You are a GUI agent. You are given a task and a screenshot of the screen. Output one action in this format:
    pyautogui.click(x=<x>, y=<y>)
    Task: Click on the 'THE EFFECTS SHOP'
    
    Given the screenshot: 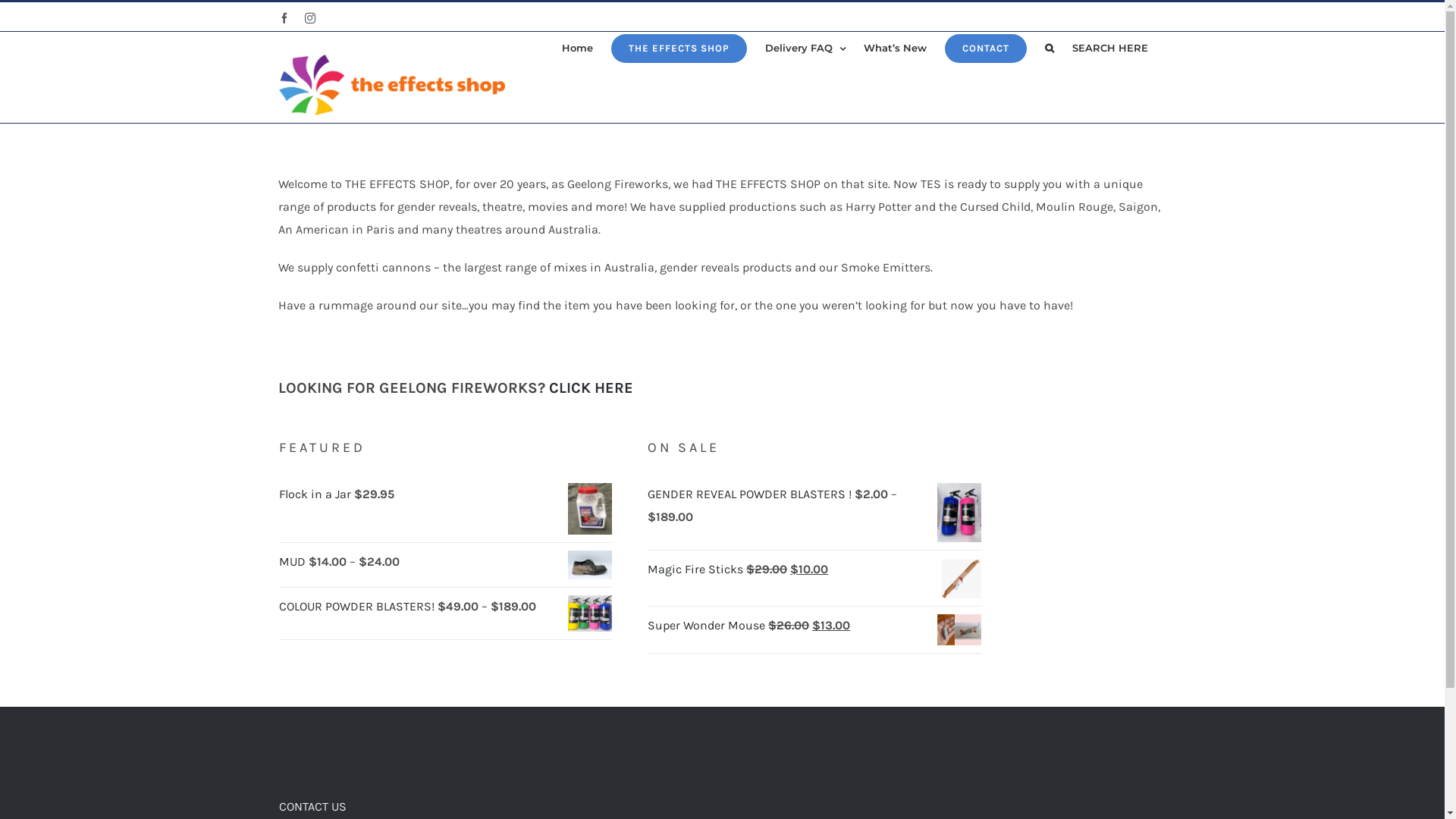 What is the action you would take?
    pyautogui.click(x=611, y=47)
    